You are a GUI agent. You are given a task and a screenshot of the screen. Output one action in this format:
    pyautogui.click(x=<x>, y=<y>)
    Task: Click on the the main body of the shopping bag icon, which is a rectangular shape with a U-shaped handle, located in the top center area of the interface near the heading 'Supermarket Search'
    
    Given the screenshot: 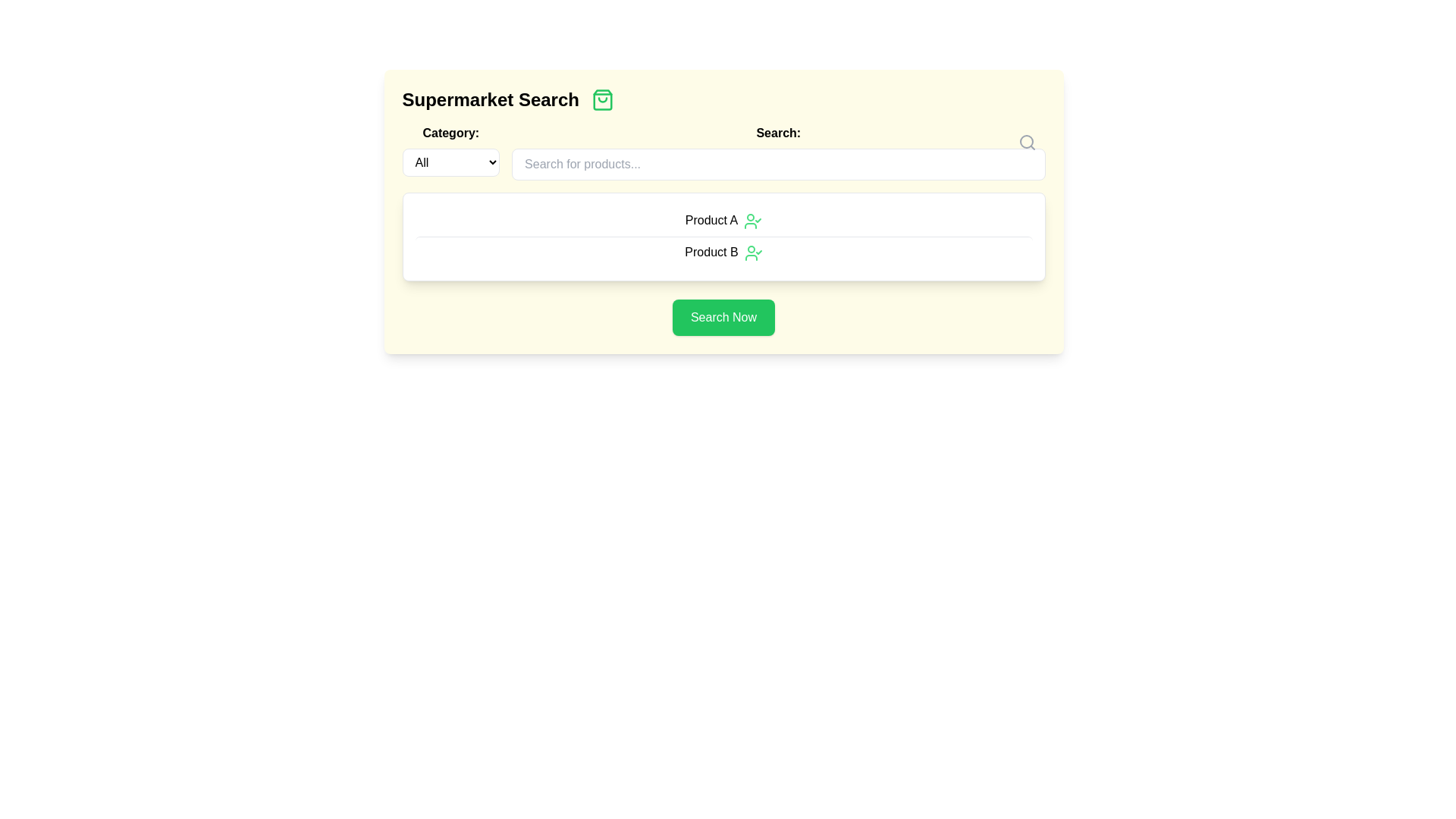 What is the action you would take?
    pyautogui.click(x=601, y=99)
    